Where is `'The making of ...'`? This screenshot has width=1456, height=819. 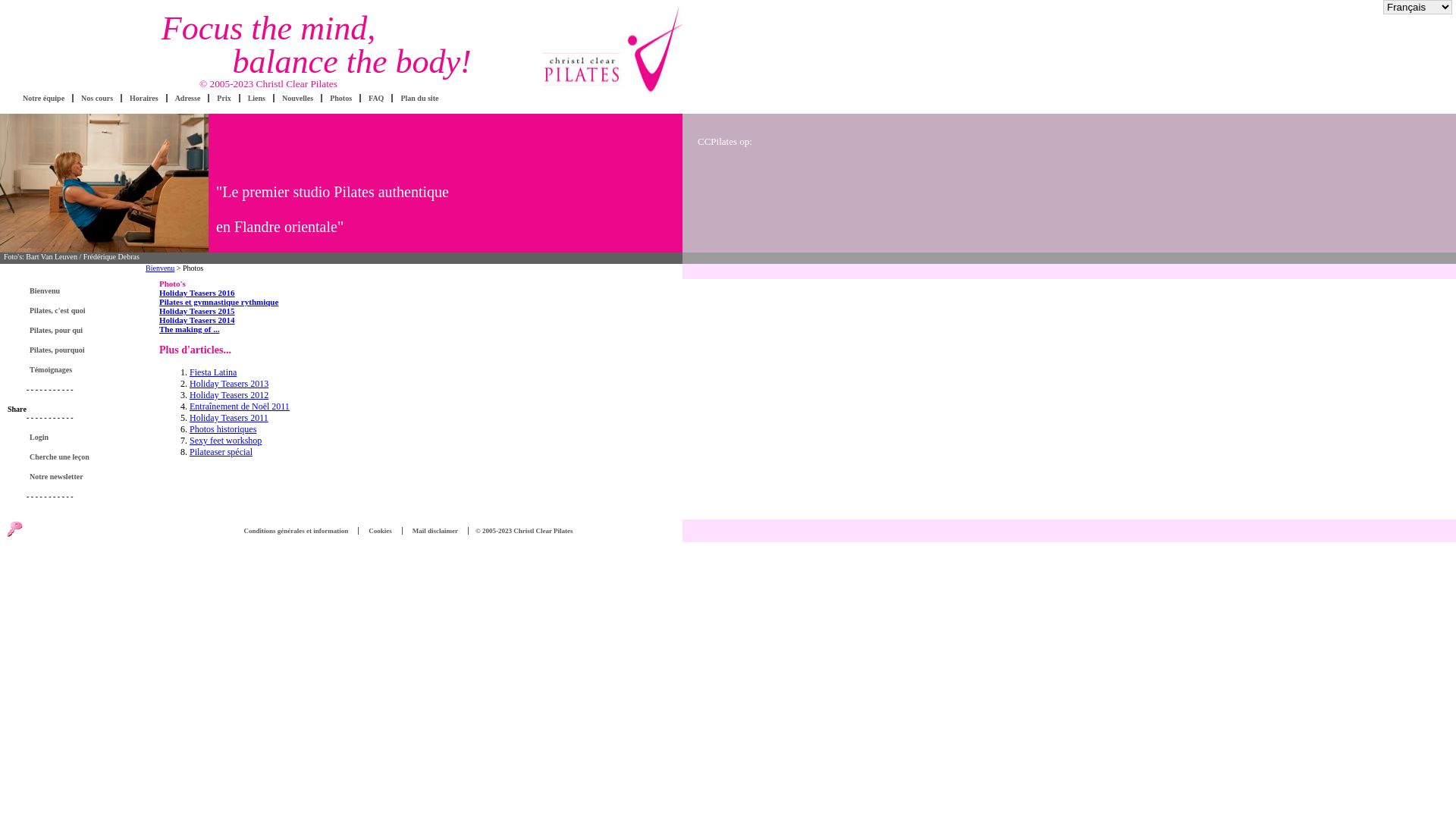 'The making of ...' is located at coordinates (188, 328).